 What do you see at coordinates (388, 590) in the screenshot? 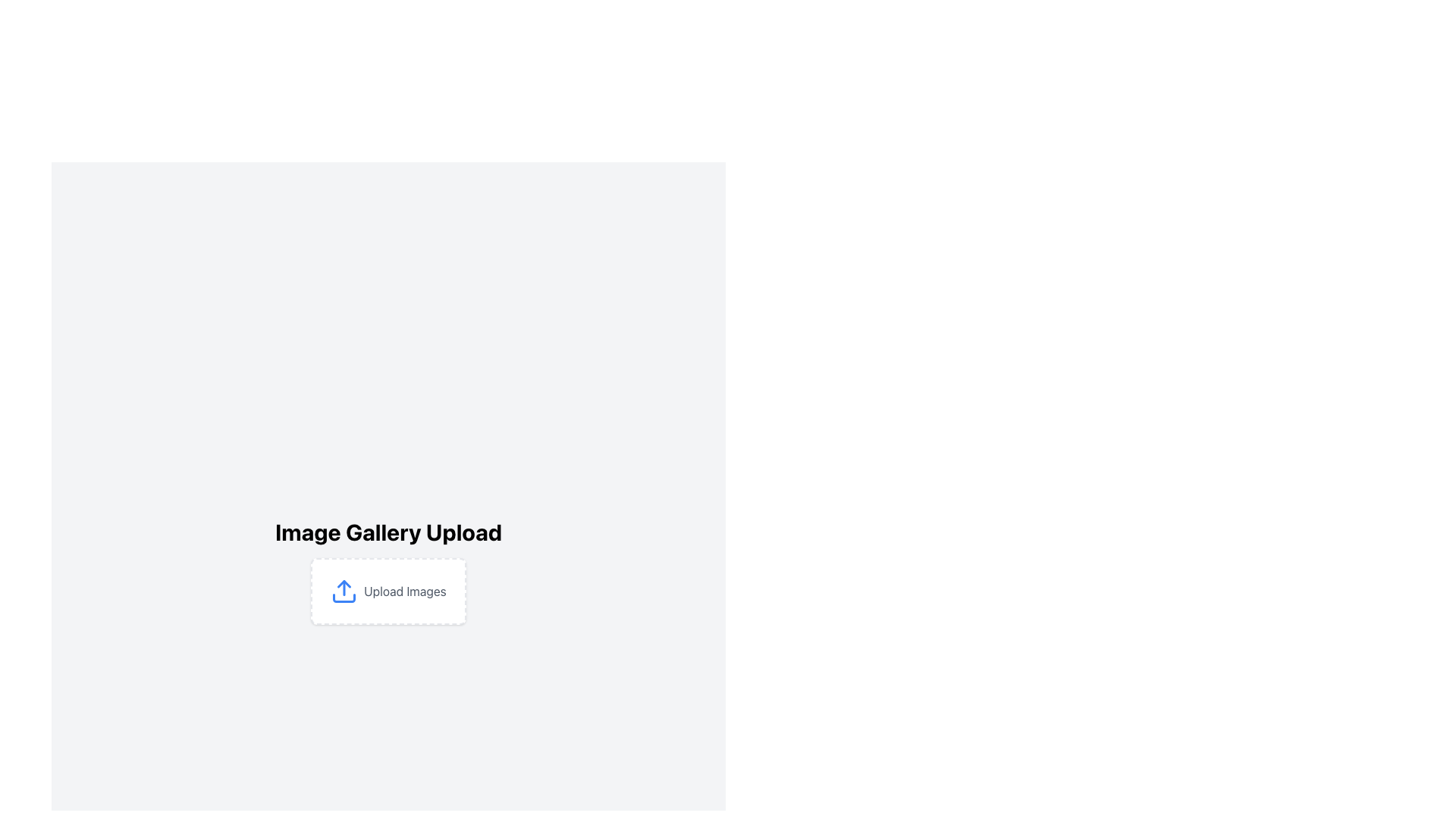
I see `the File upload button area that features a dashed border, a blue upward arrow icon, and the text 'Upload Images'` at bounding box center [388, 590].